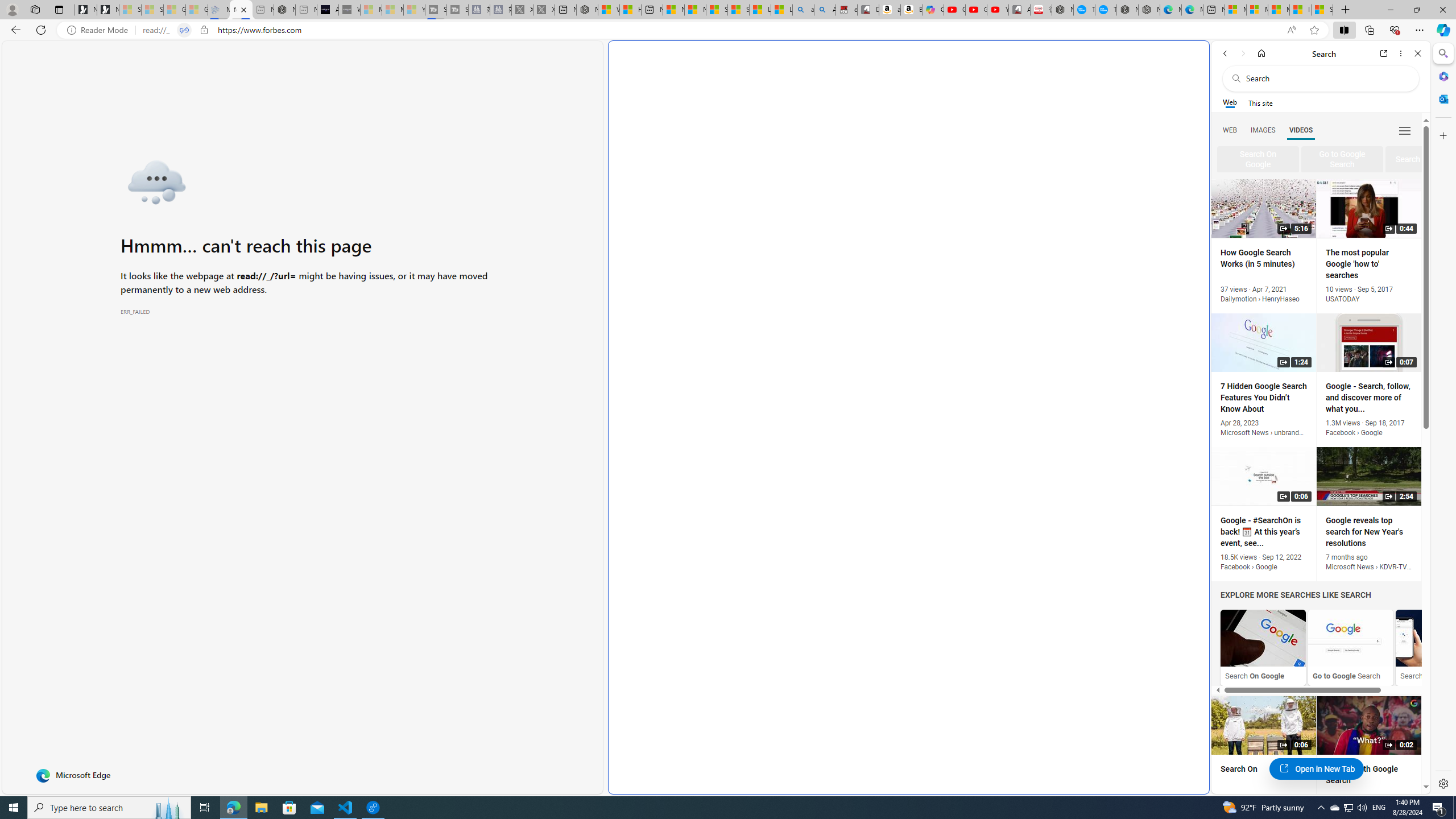 Image resolution: width=1456 pixels, height=819 pixels. I want to click on 'Web scope', so click(1230, 102).